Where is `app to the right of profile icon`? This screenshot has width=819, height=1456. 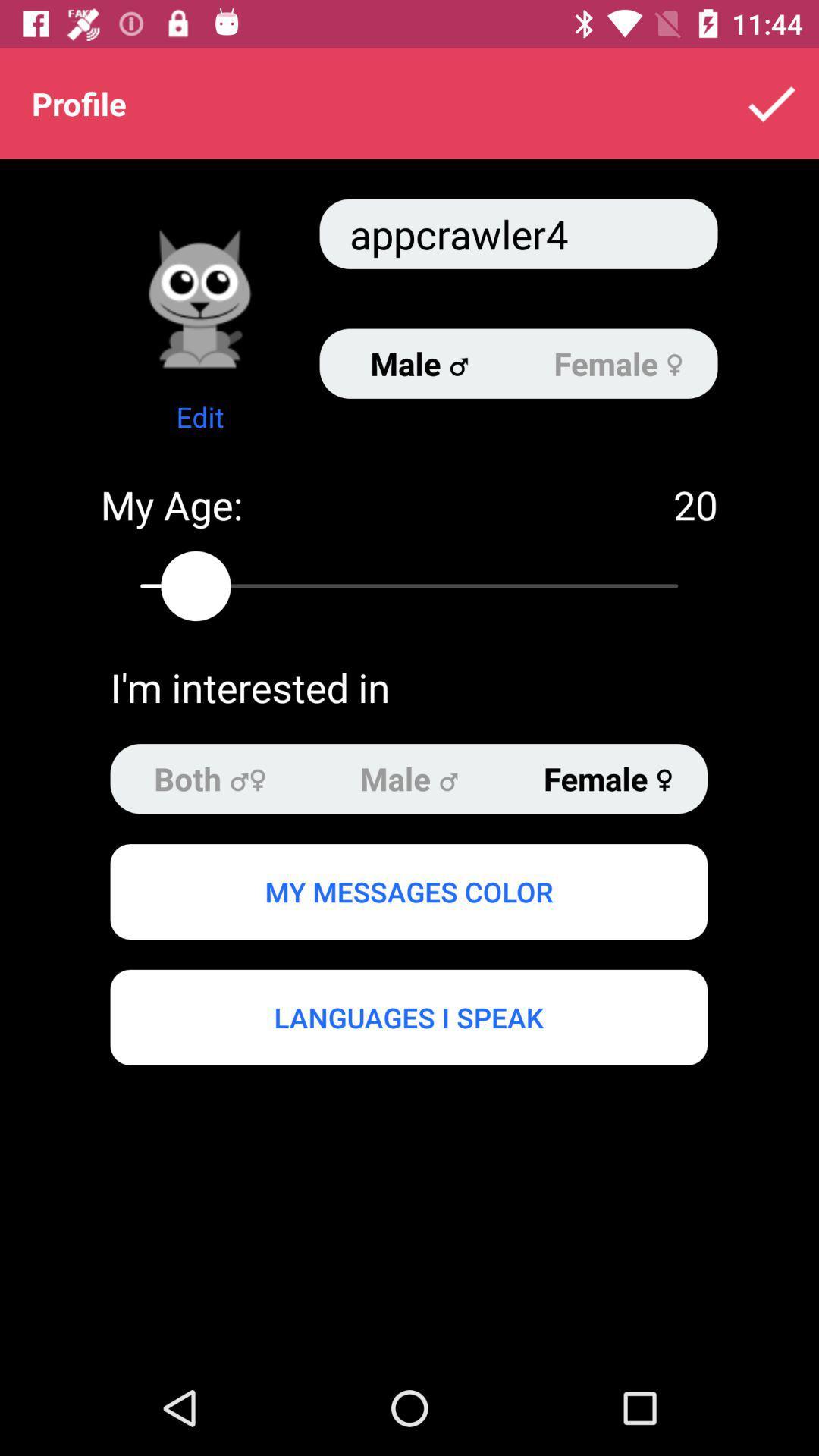 app to the right of profile icon is located at coordinates (771, 102).